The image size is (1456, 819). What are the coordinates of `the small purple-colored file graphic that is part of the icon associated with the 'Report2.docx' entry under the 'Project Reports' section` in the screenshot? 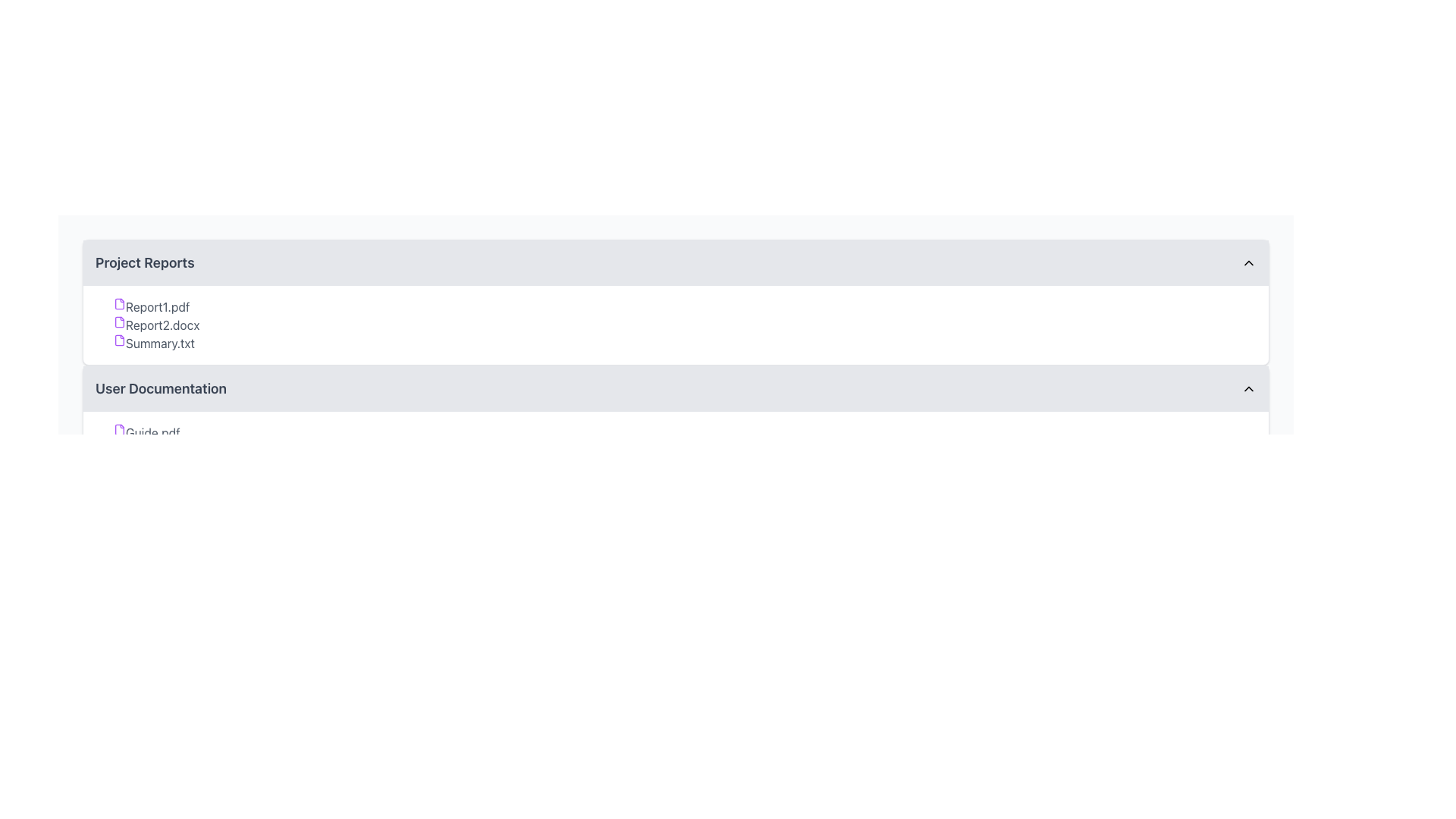 It's located at (119, 321).